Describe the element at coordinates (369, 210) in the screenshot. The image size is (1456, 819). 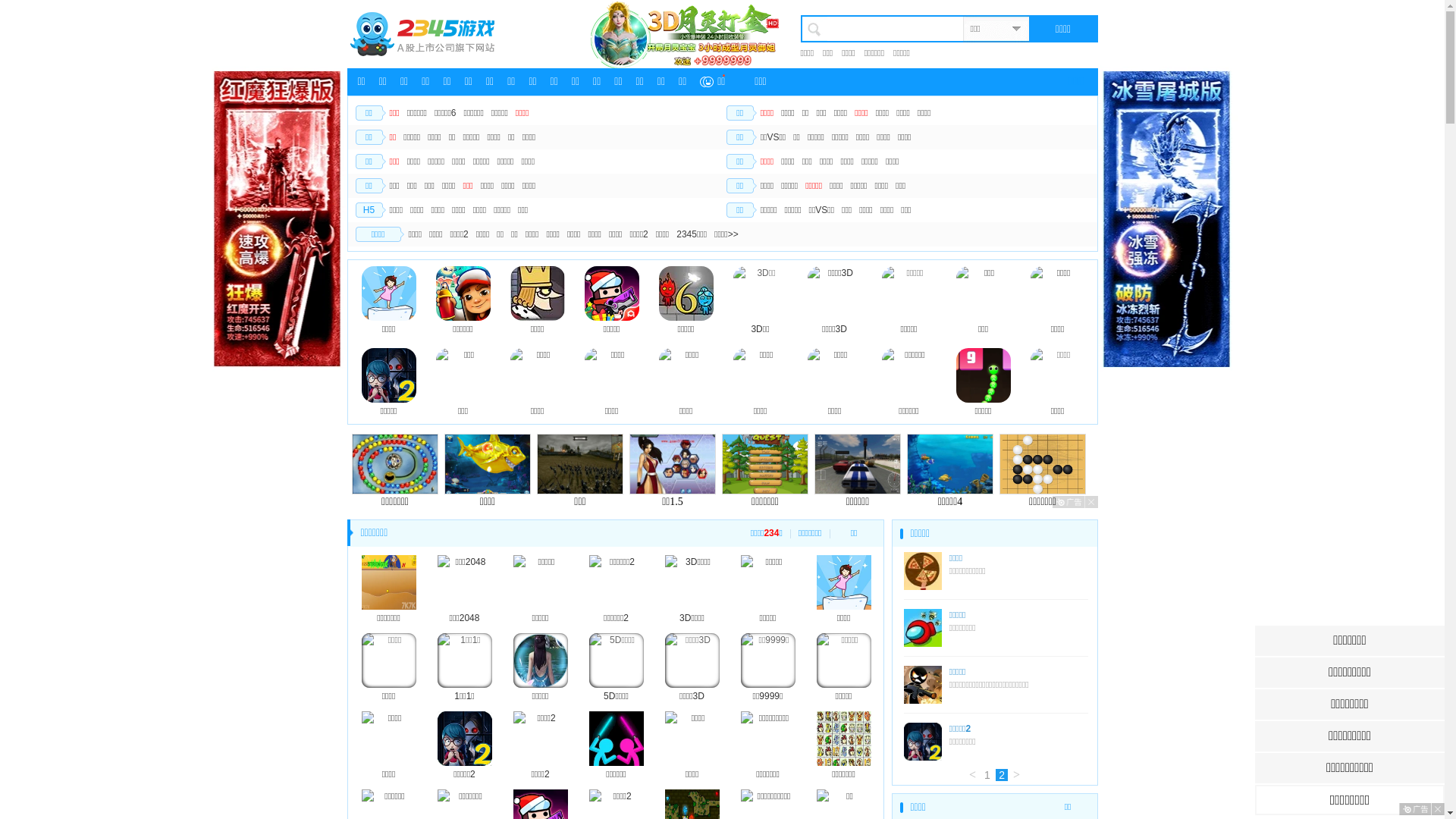
I see `'H5'` at that location.